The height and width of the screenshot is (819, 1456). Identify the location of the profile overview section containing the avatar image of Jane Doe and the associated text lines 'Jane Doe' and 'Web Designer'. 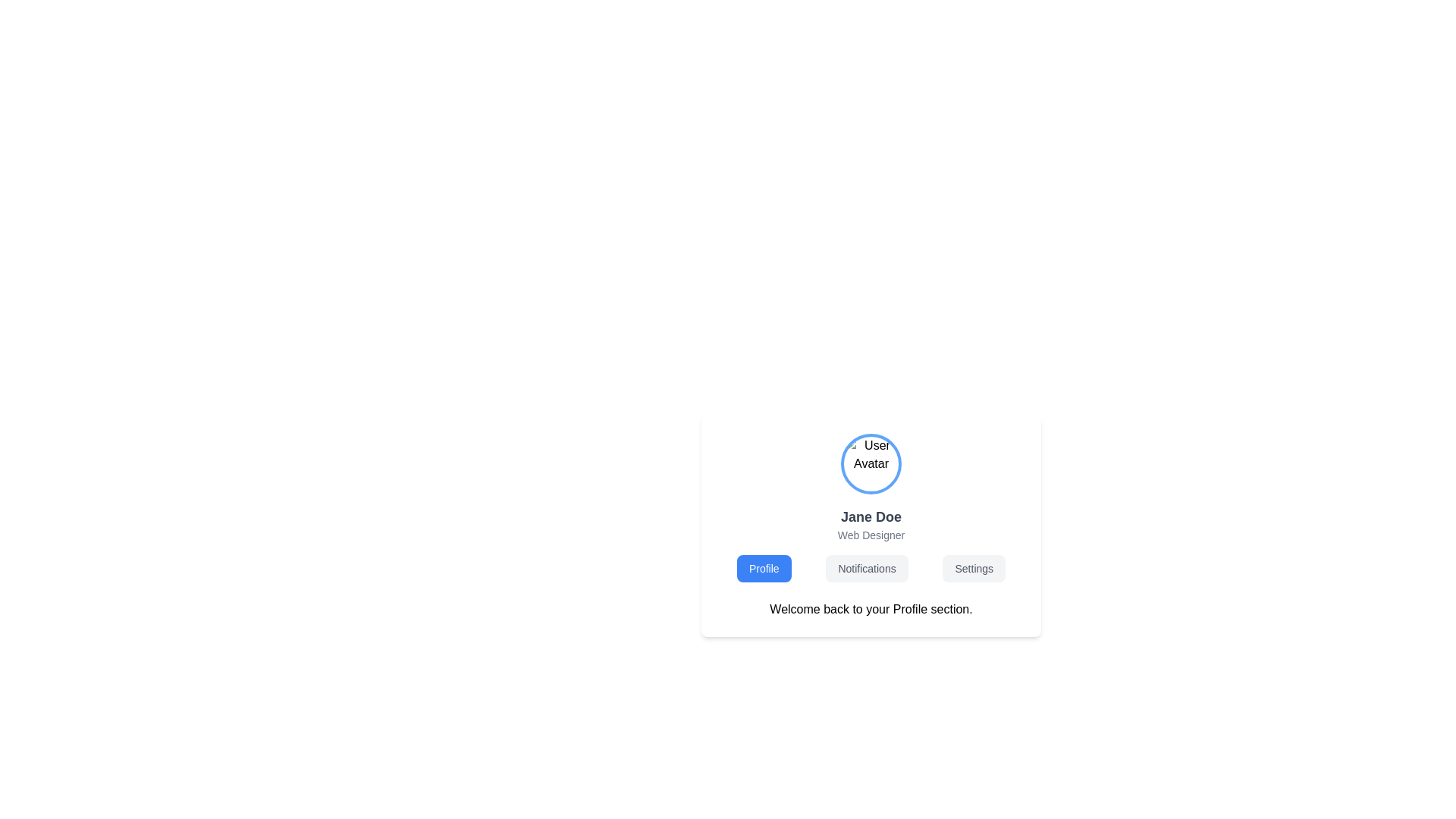
(871, 488).